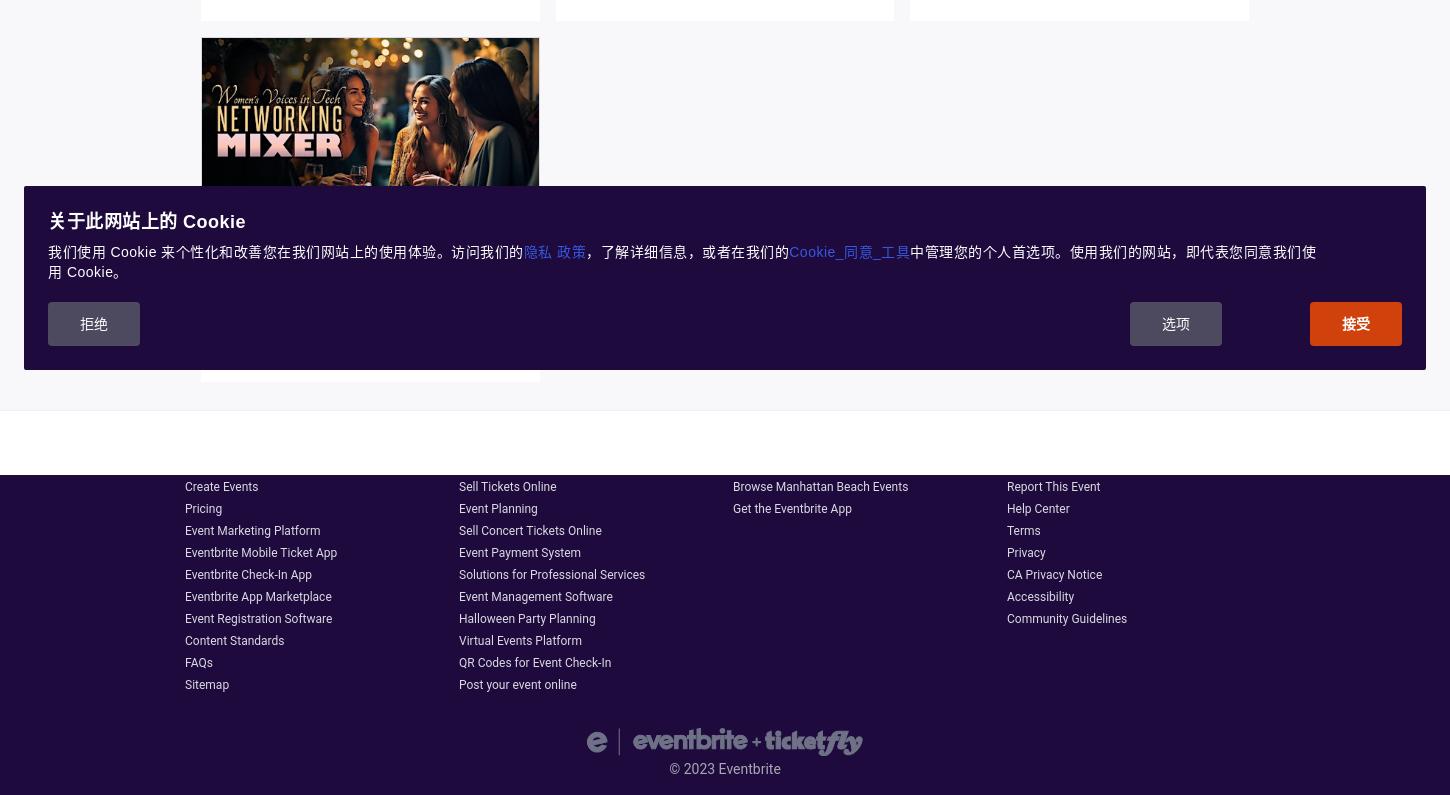 The image size is (1450, 795). What do you see at coordinates (271, 294) in the screenshot?
I see `'Today at 6:00 PM'` at bounding box center [271, 294].